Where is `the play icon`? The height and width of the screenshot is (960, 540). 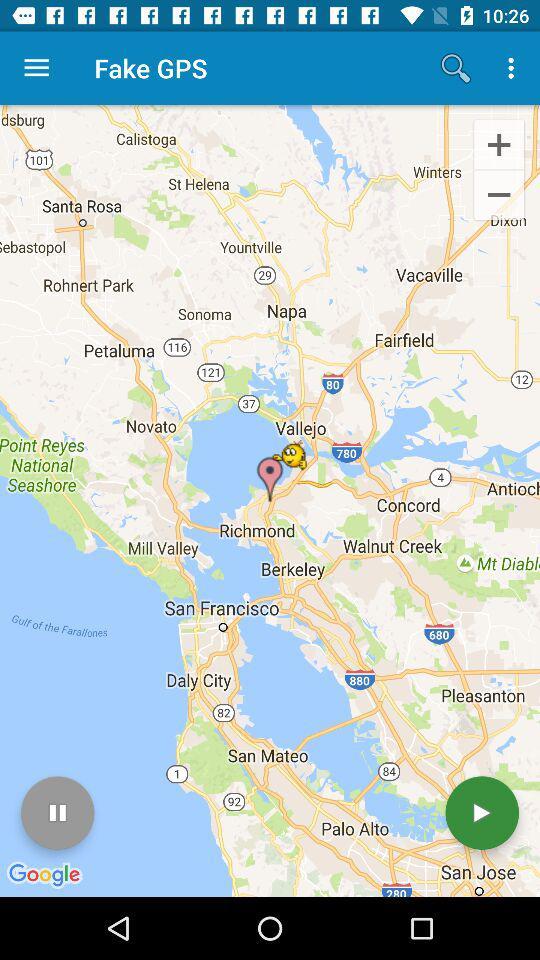
the play icon is located at coordinates (481, 813).